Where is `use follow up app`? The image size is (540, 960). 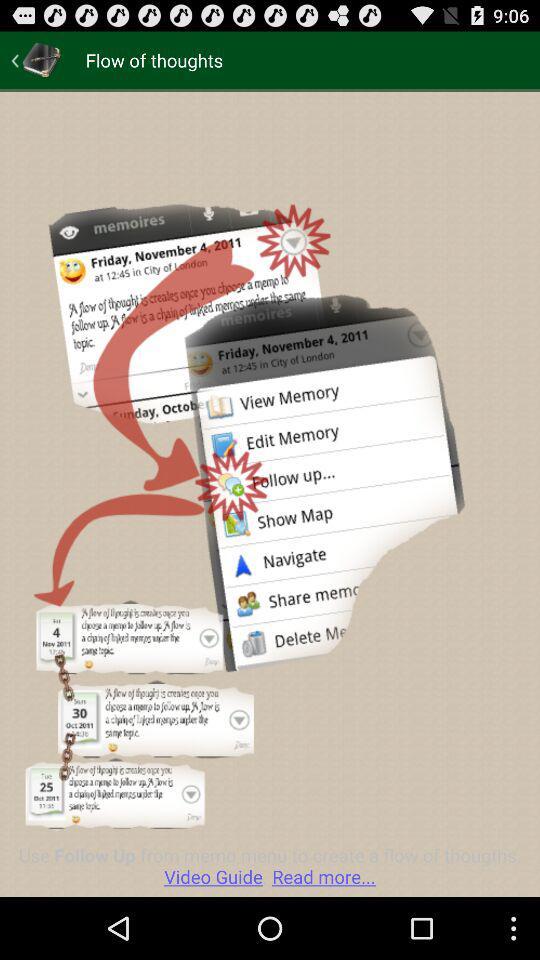 use follow up app is located at coordinates (270, 865).